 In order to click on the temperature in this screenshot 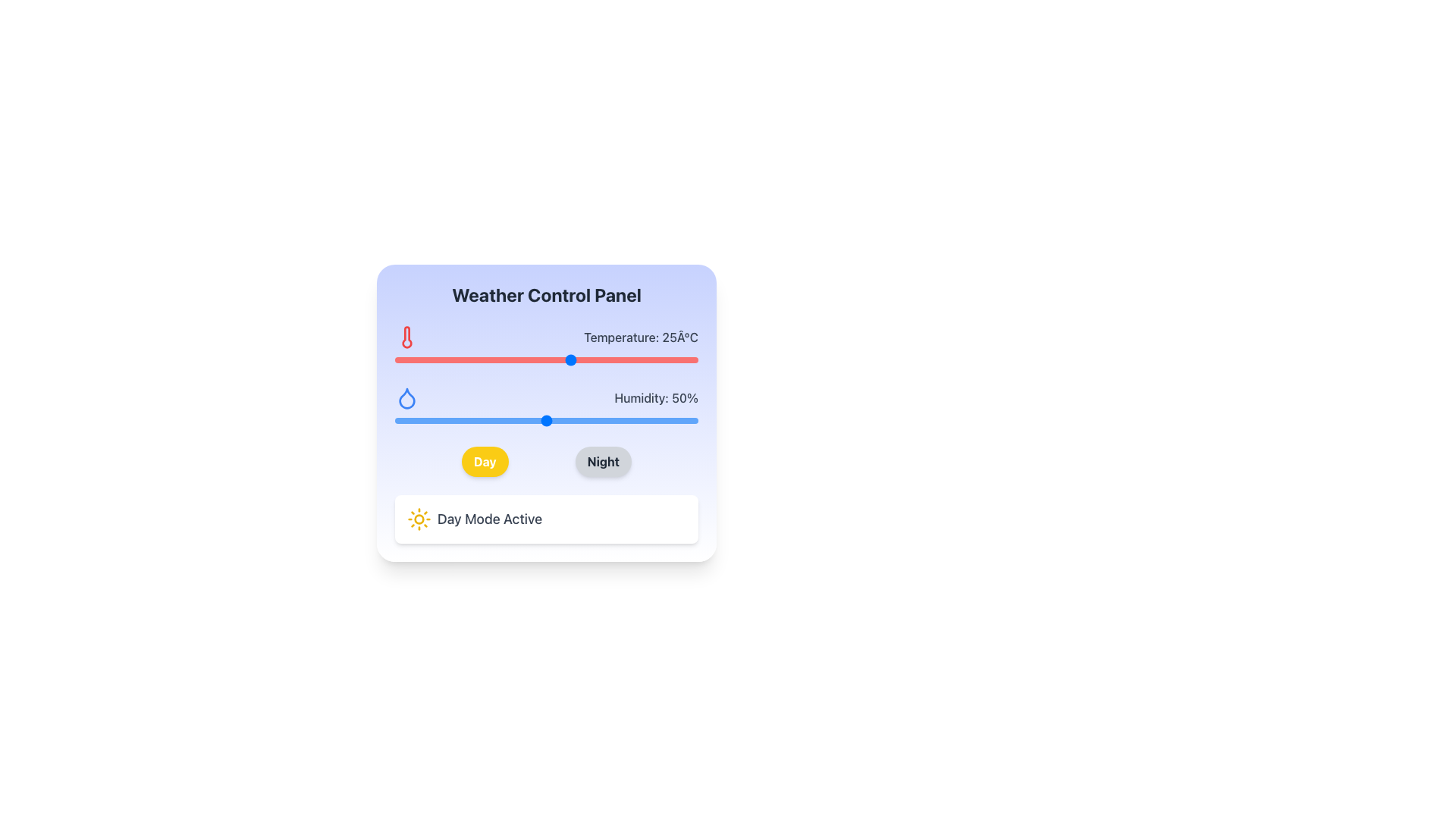, I will do `click(566, 359)`.